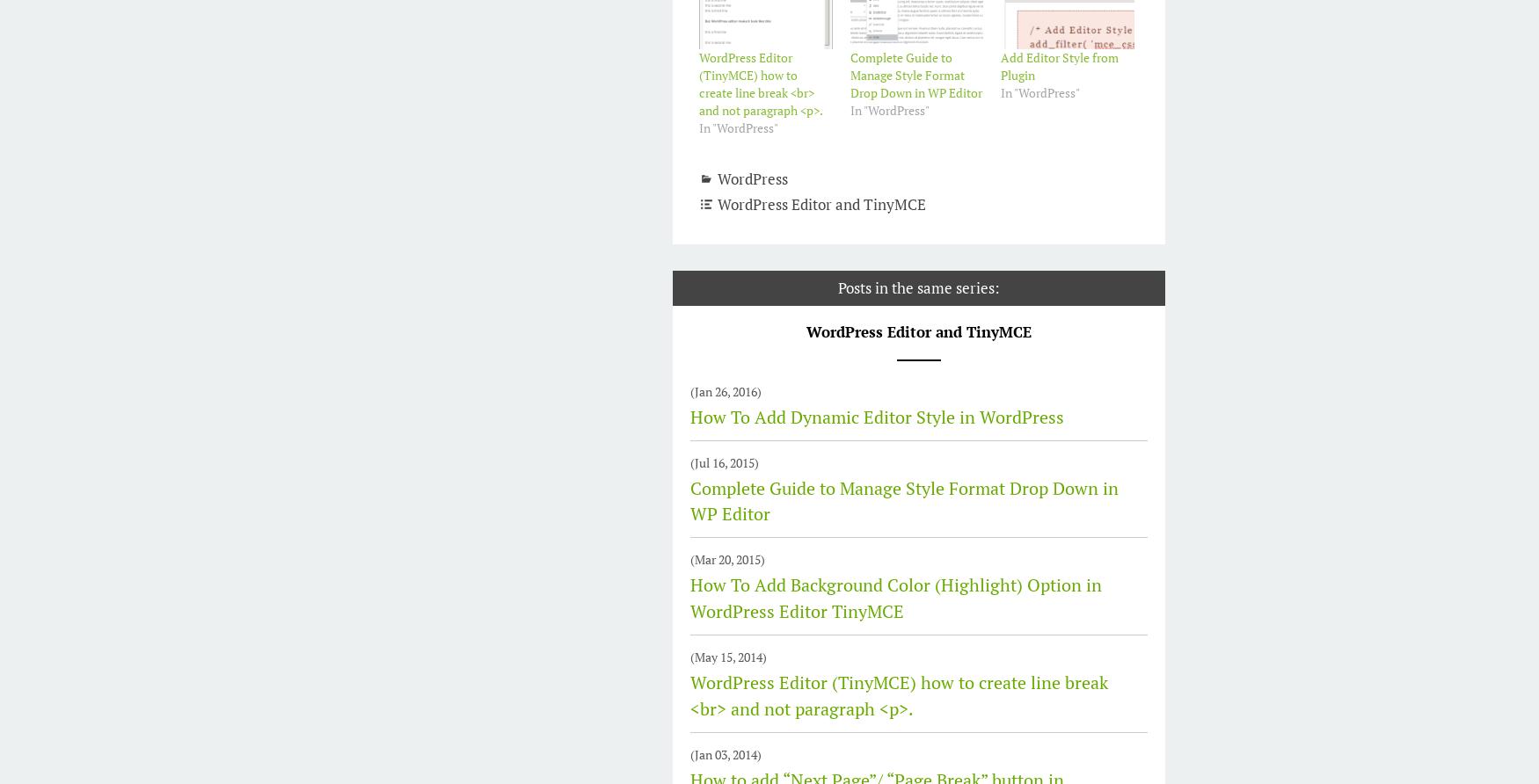 This screenshot has width=1539, height=784. What do you see at coordinates (877, 416) in the screenshot?
I see `'How To Add Dynamic Editor Style in WordPress'` at bounding box center [877, 416].